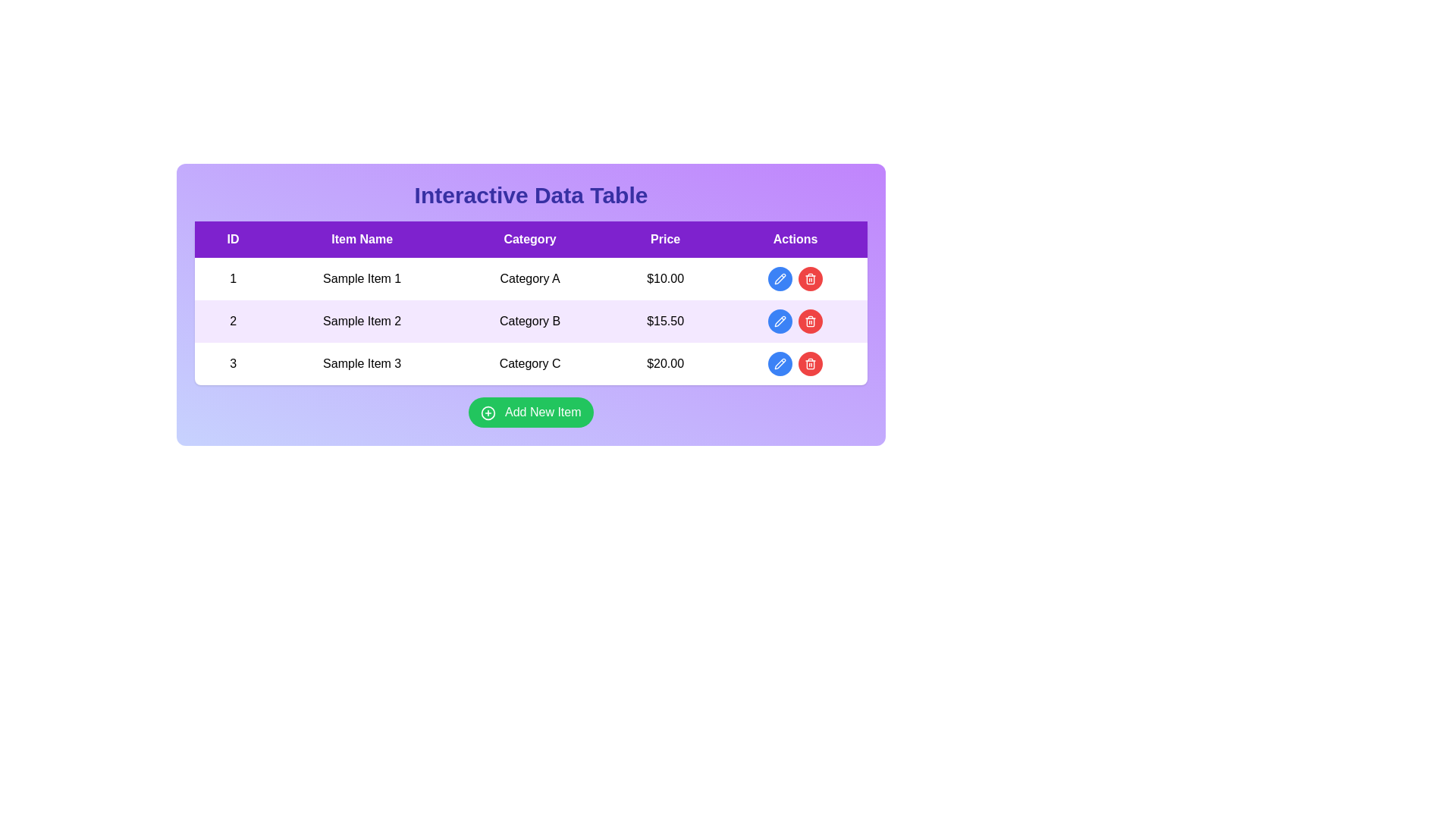 The width and height of the screenshot is (1456, 819). I want to click on the row of column headers labeled 'ID', 'Item Name', 'Category', 'Price', and 'Actions' to read the titles, so click(531, 239).